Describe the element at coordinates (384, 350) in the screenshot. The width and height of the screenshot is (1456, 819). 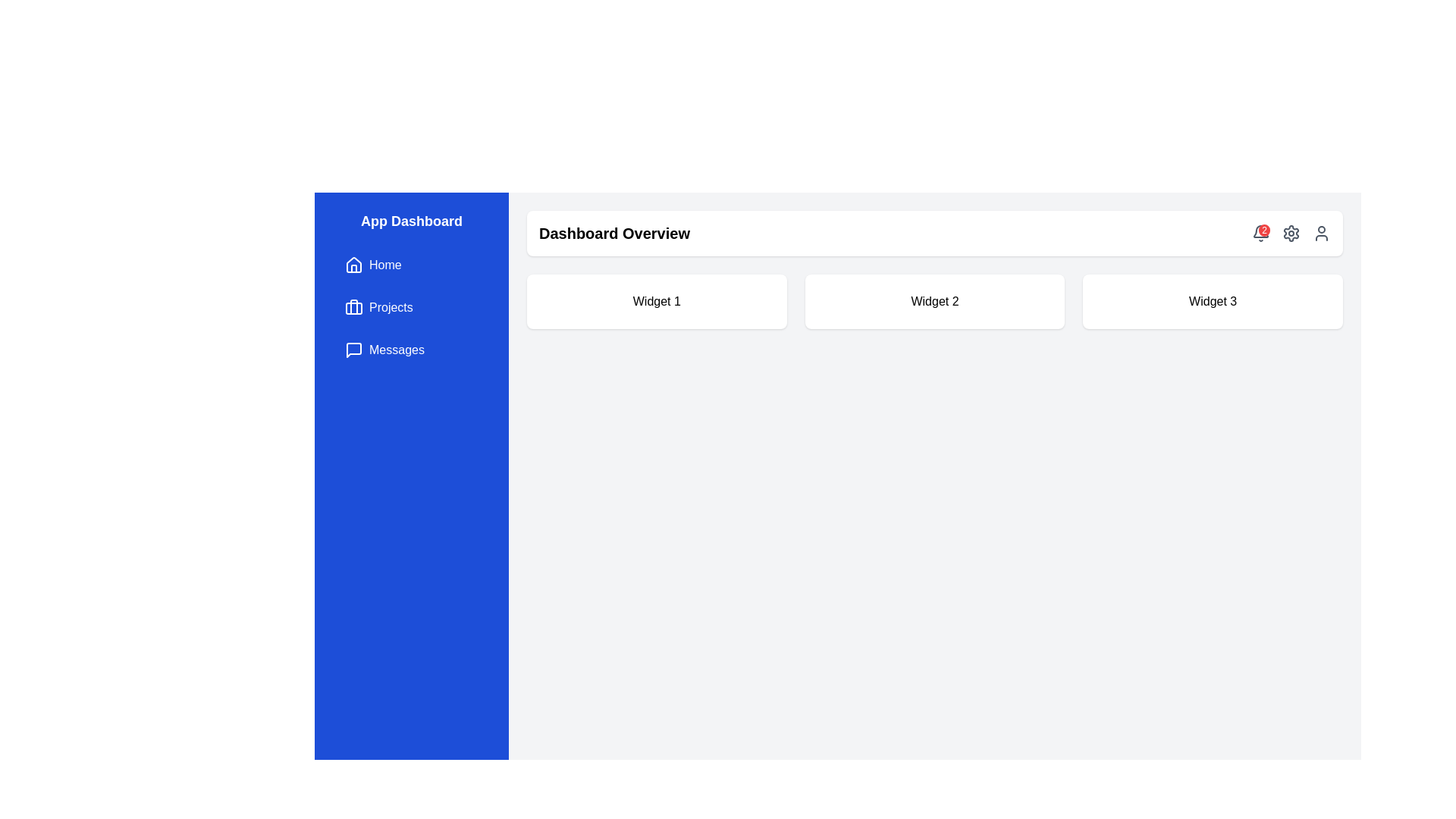
I see `the 'Messages' button, which is a rectangular button with a blue background and contains a chat bubble icon on the left and the text 'Messages' in white on the right, positioned in the sidebar below the 'Projects' button` at that location.